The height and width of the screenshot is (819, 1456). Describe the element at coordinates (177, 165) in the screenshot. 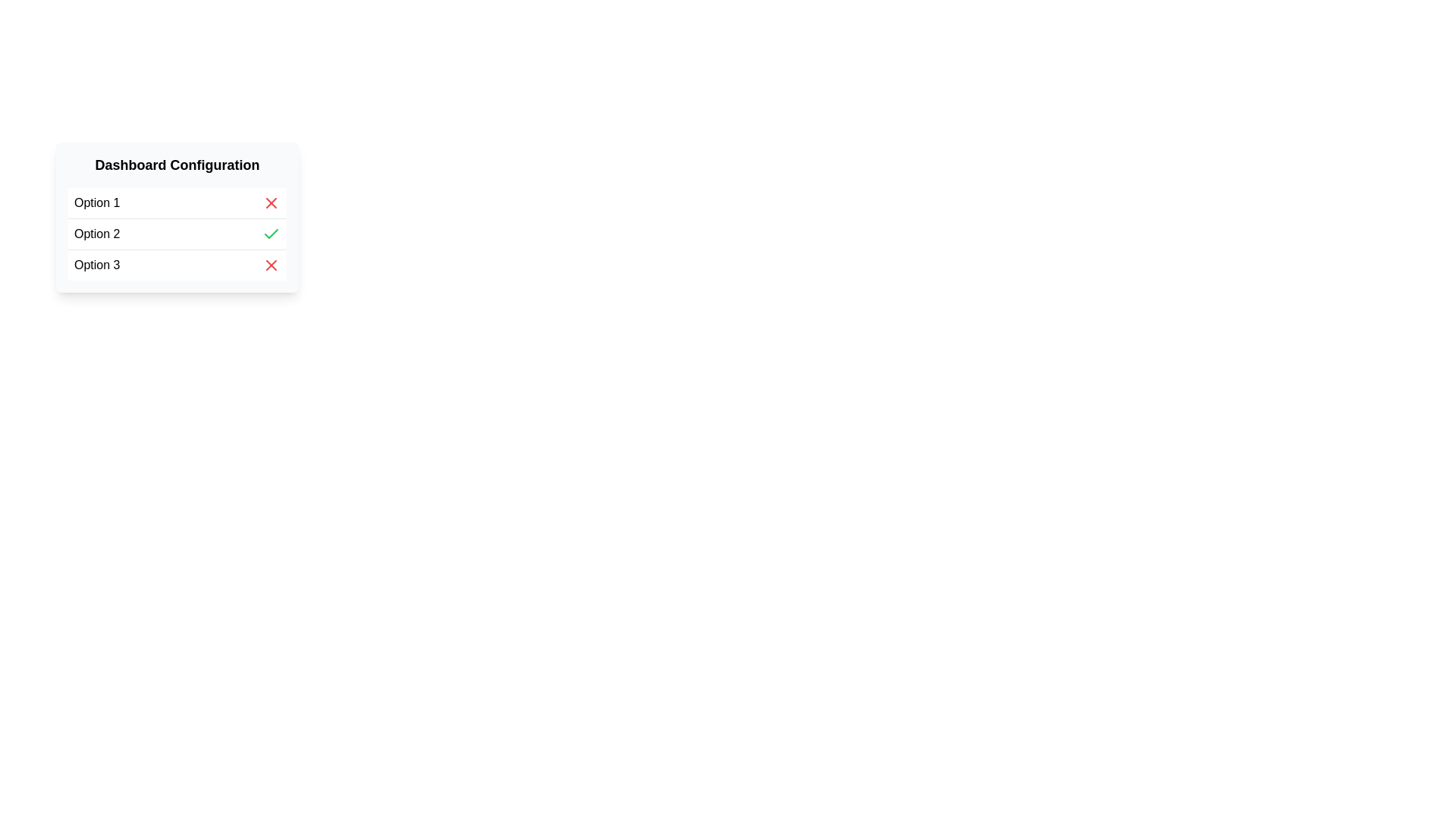

I see `the Text Label that serves as the title or header of the configuration section, which is located at the top of a card-like structure with rounded corners` at that location.